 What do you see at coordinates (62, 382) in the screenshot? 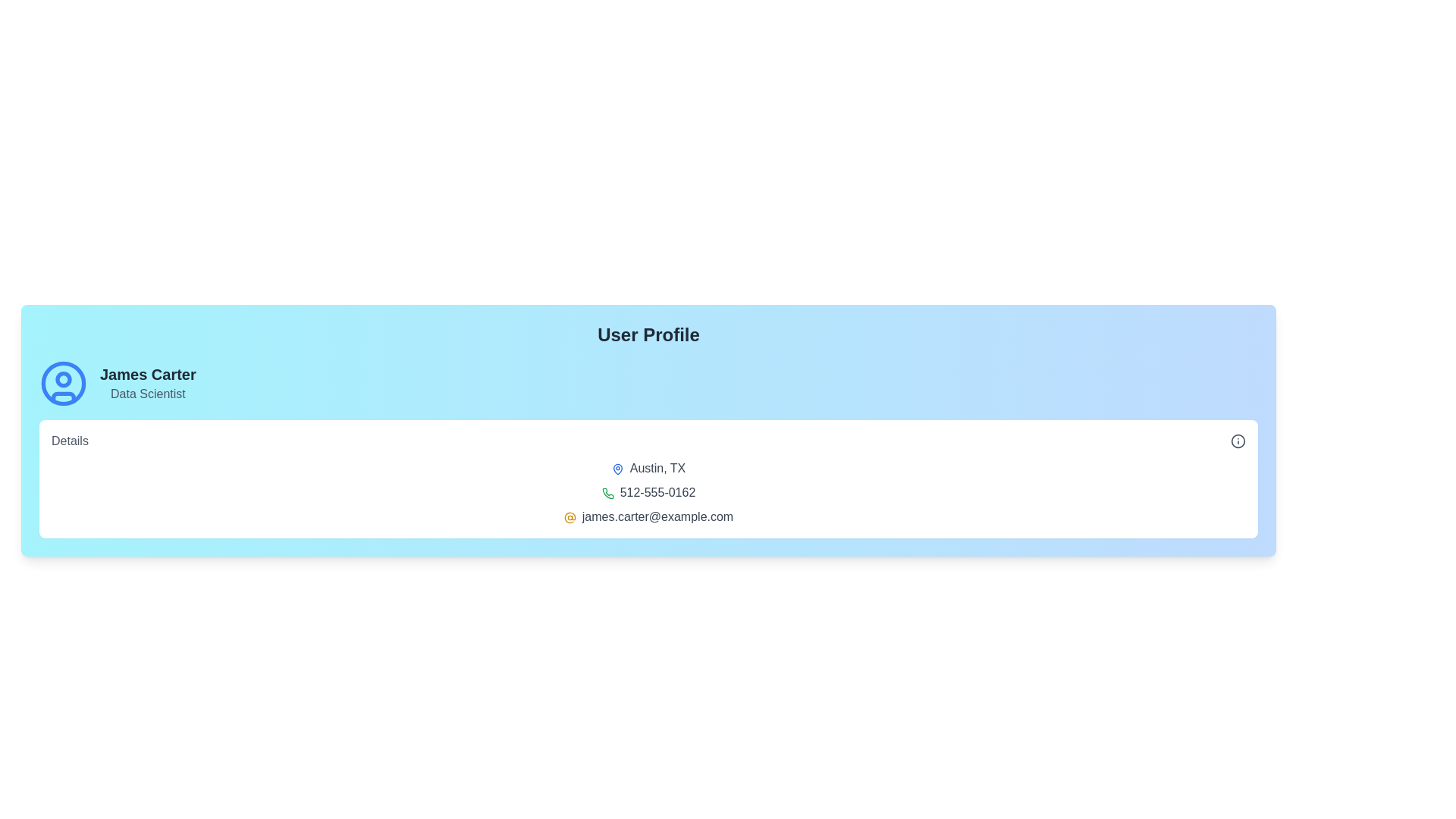
I see `the user profile icon represented as a blue outlined SVG graphic, located in the header section of the user profile card, adjacent to the text 'James Carter'` at bounding box center [62, 382].